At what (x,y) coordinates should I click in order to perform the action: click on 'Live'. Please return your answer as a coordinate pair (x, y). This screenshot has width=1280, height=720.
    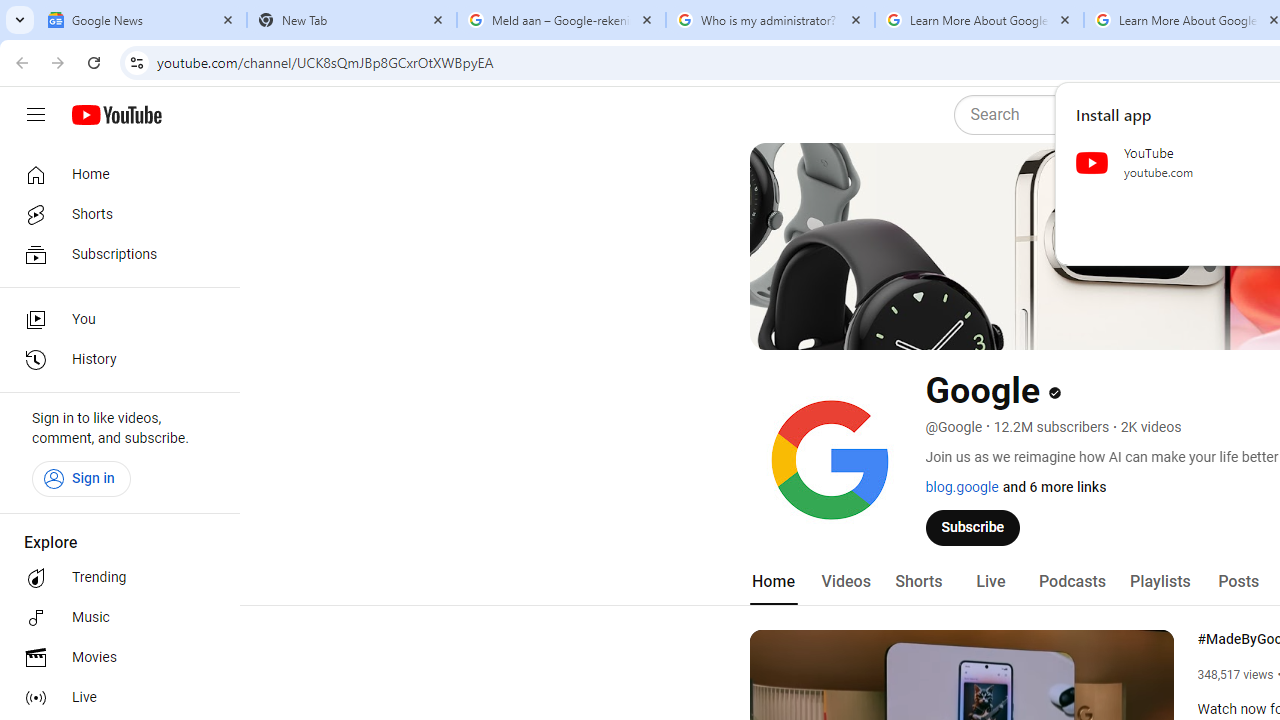
    Looking at the image, I should click on (112, 697).